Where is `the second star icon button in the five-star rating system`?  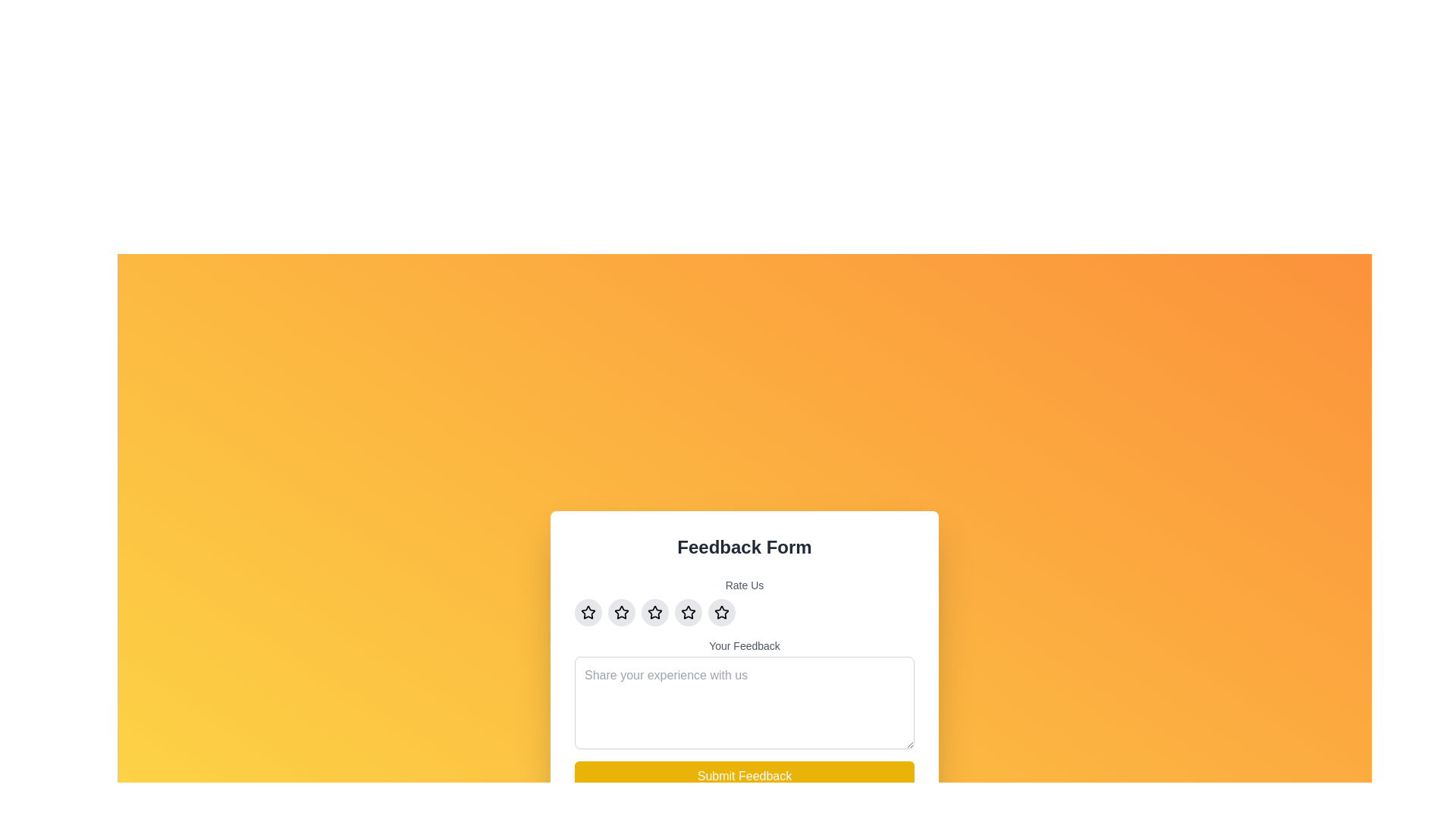 the second star icon button in the five-star rating system is located at coordinates (622, 611).